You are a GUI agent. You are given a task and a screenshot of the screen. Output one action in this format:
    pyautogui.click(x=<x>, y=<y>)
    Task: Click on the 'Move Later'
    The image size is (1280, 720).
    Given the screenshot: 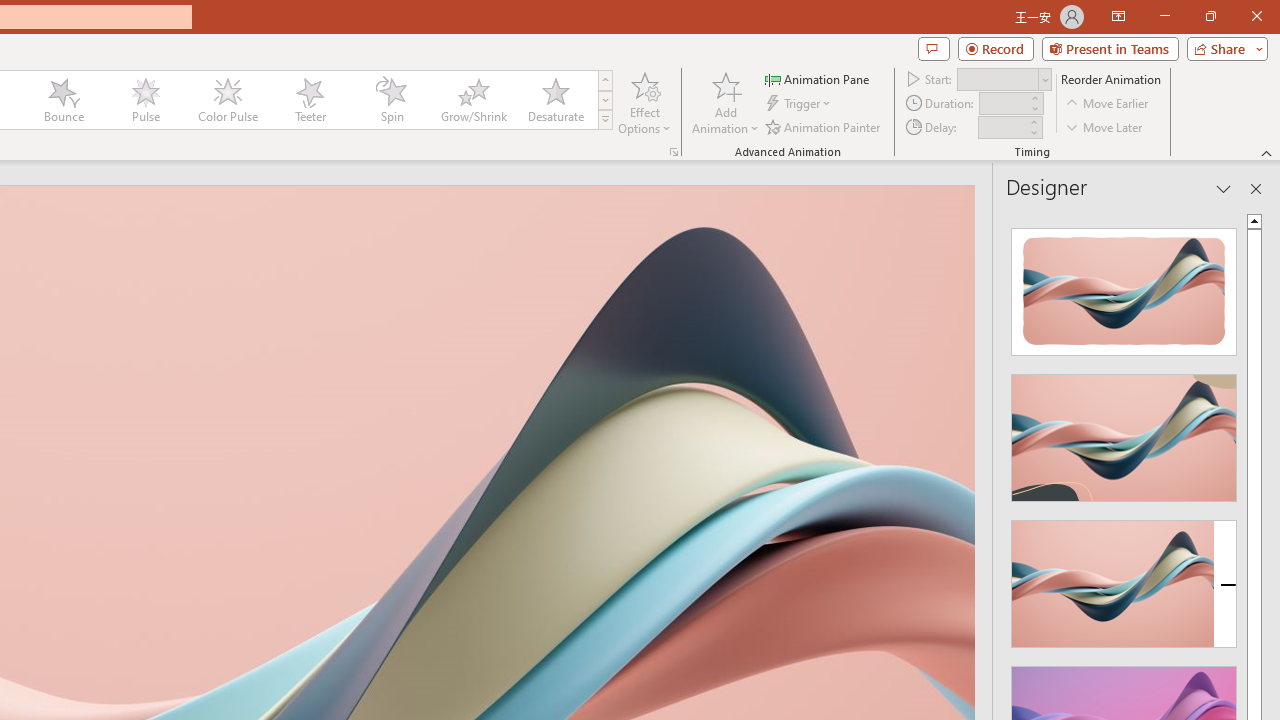 What is the action you would take?
    pyautogui.click(x=1104, y=127)
    